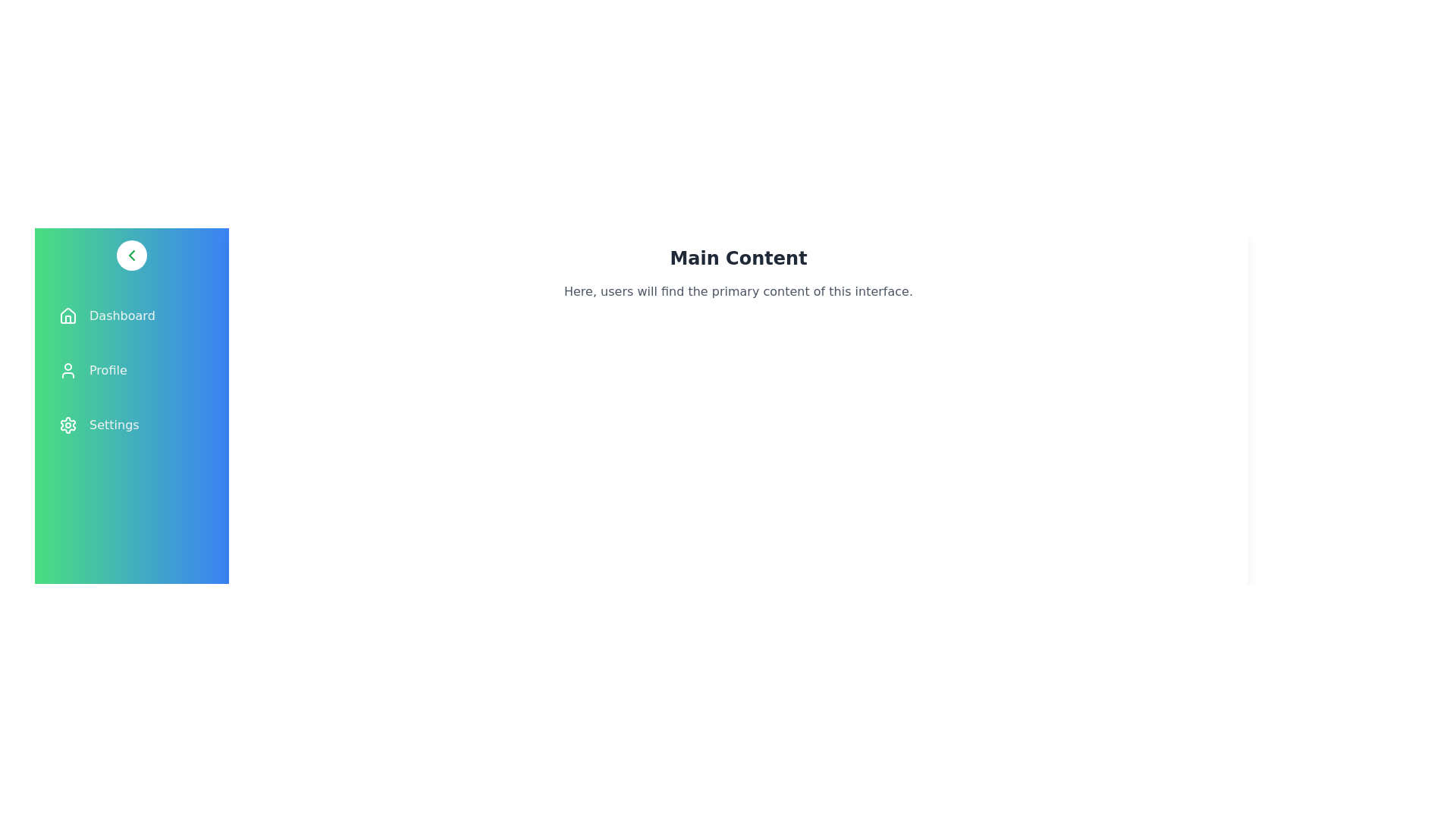 This screenshot has width=1456, height=819. I want to click on the menu item Settings to observe the hover effect, so click(131, 425).